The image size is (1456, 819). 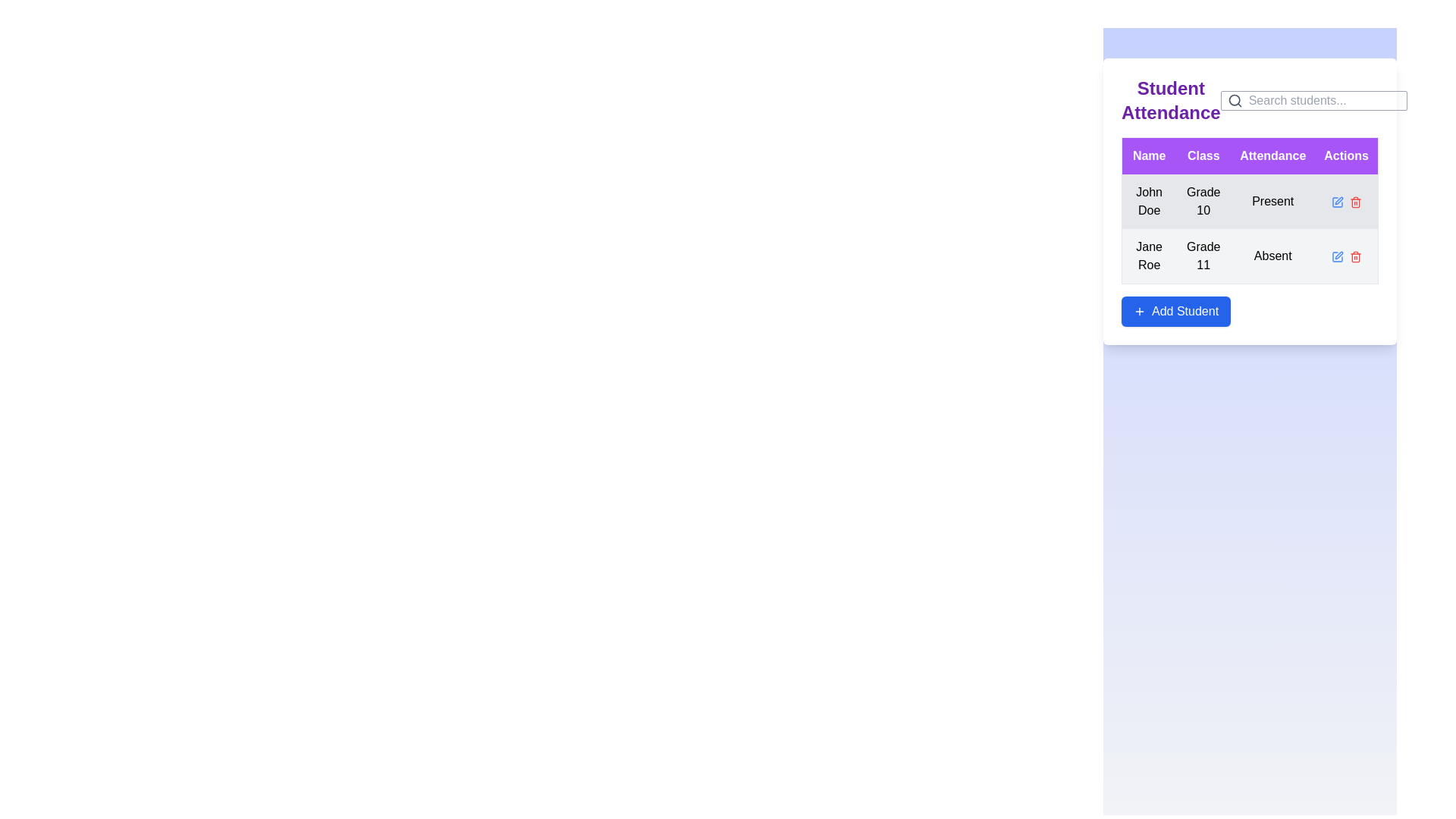 What do you see at coordinates (1203, 155) in the screenshot?
I see `the 'Class' header label, which is a button-like tab with a vibrant purple background and white text, located between the 'Name' and 'Attendance' headers` at bounding box center [1203, 155].